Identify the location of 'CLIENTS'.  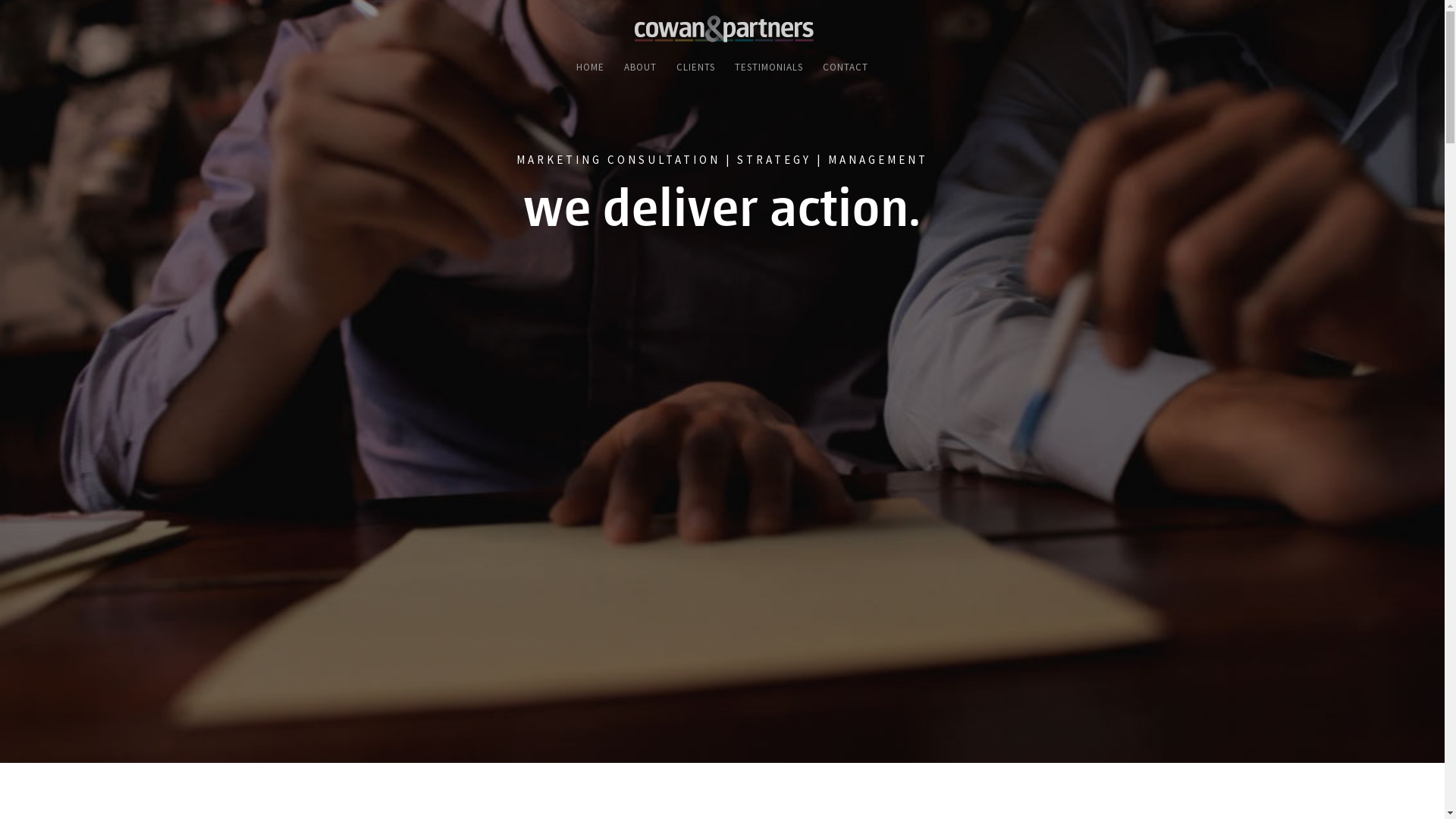
(695, 72).